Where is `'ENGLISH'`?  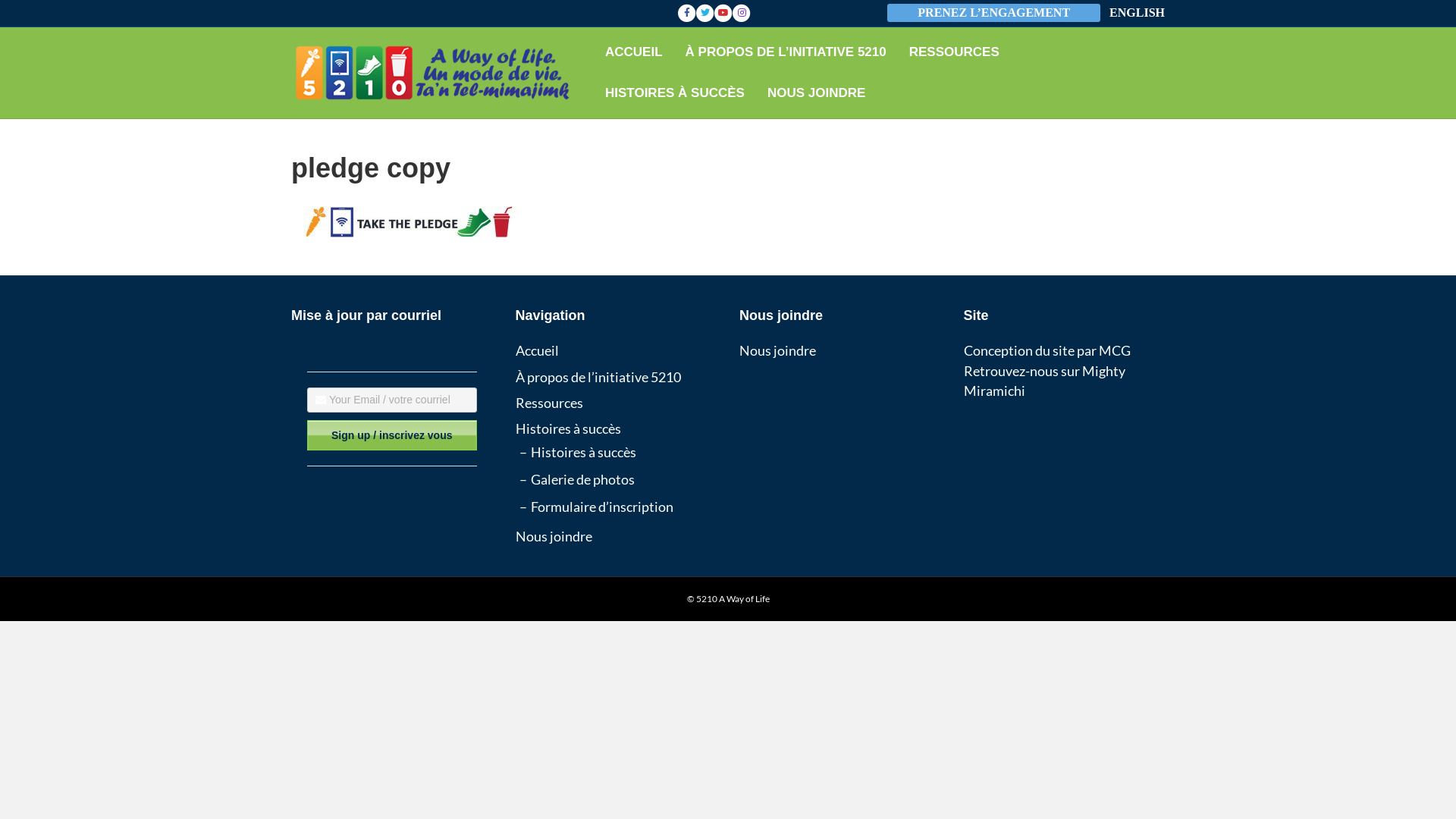 'ENGLISH' is located at coordinates (1137, 13).